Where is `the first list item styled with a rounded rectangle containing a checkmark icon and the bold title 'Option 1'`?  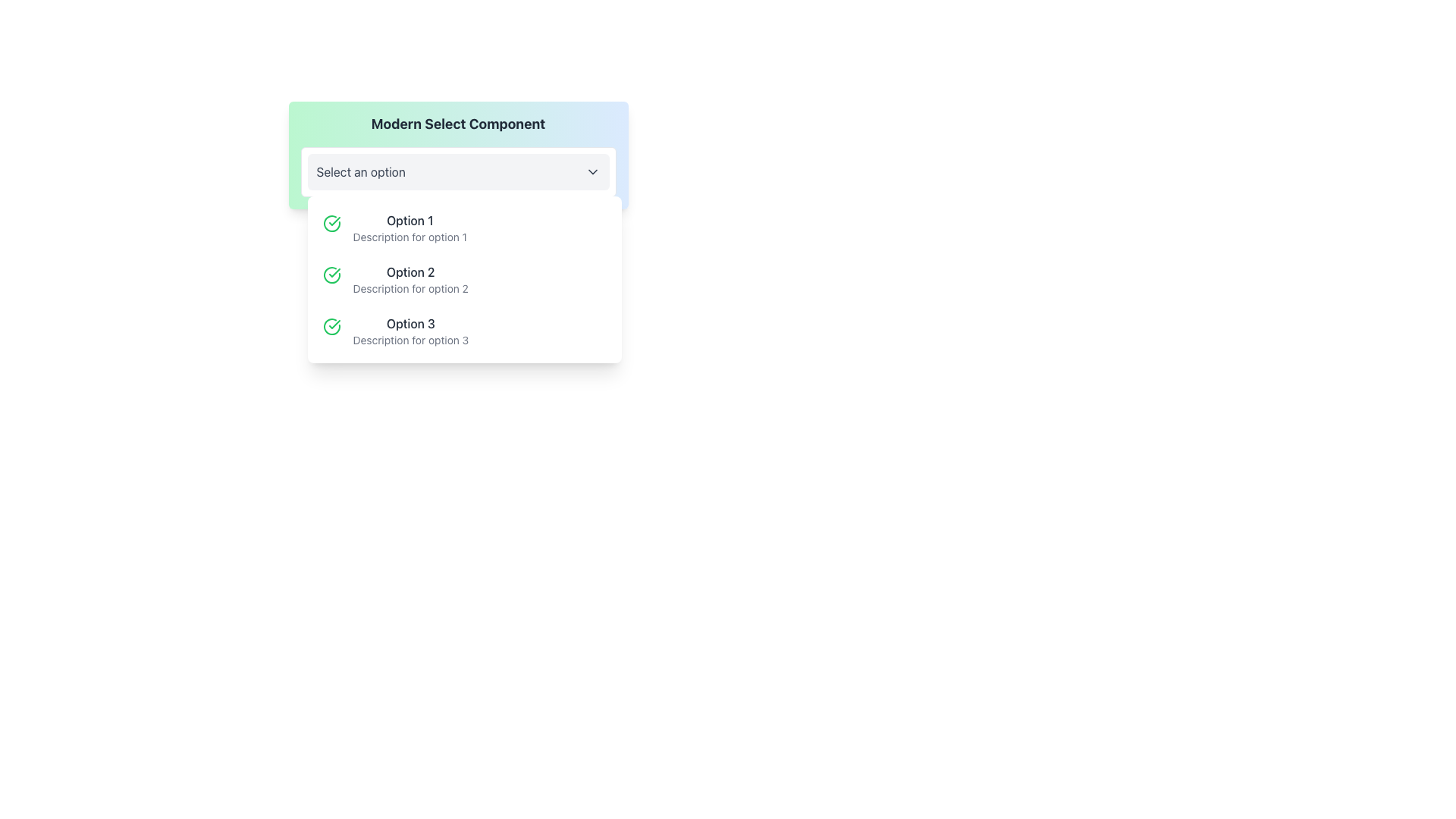
the first list item styled with a rounded rectangle containing a checkmark icon and the bold title 'Option 1' is located at coordinates (463, 227).